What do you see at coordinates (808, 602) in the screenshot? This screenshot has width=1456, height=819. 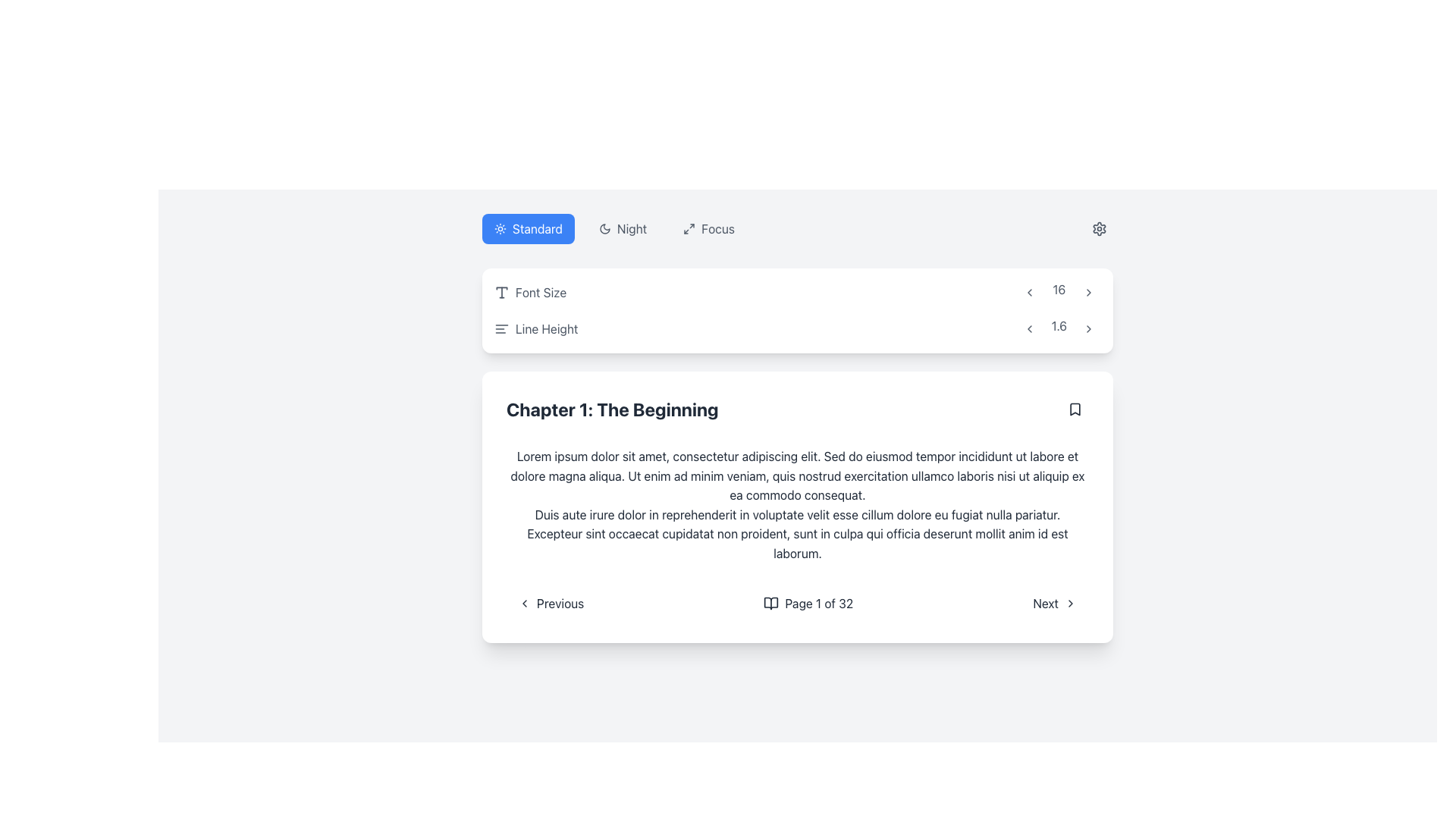 I see `the text displaying the current page number and total number of pages, which is centrally located in the navigation bar at the bottom of the content section` at bounding box center [808, 602].